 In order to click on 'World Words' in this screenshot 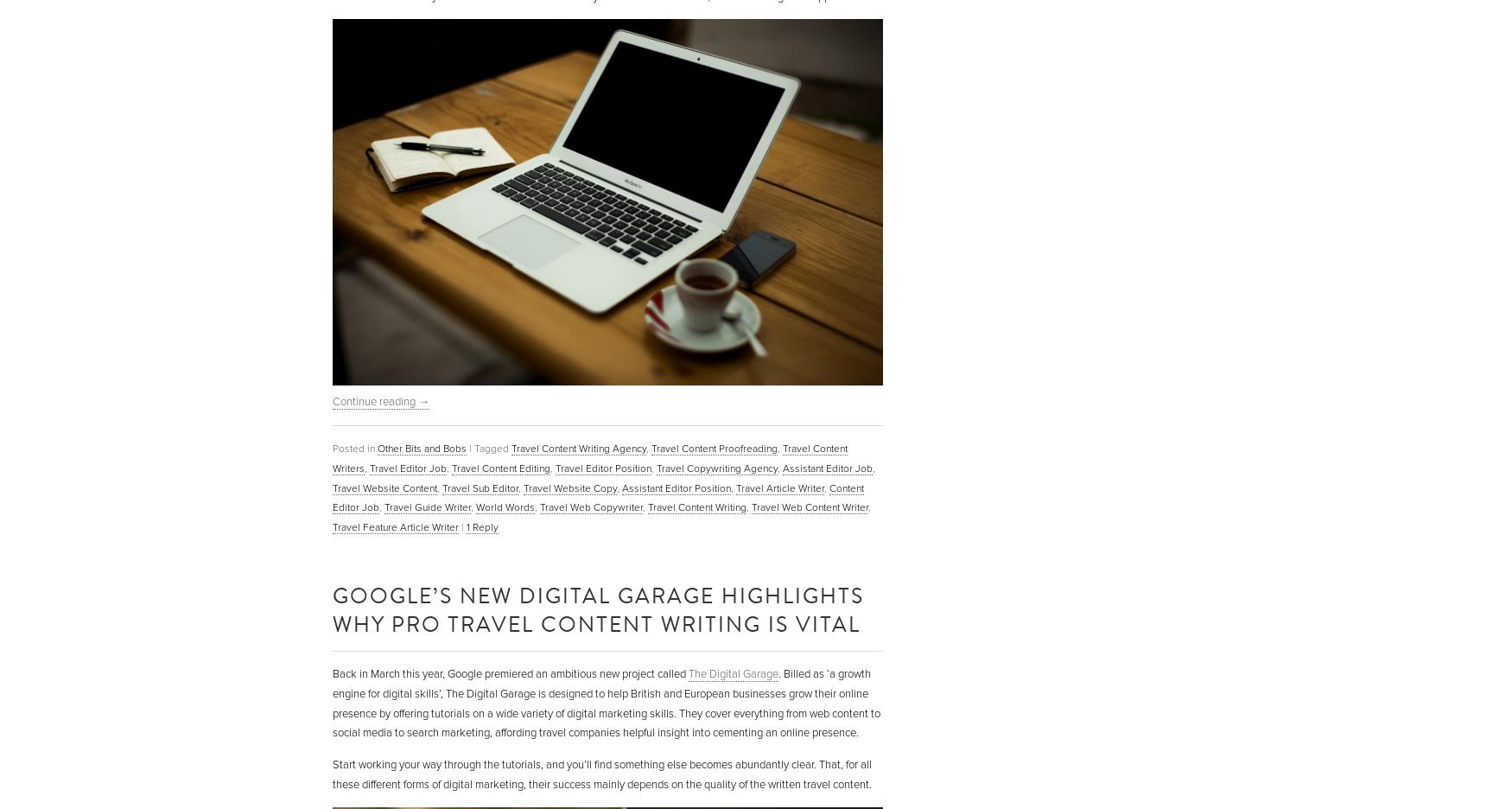, I will do `click(505, 506)`.